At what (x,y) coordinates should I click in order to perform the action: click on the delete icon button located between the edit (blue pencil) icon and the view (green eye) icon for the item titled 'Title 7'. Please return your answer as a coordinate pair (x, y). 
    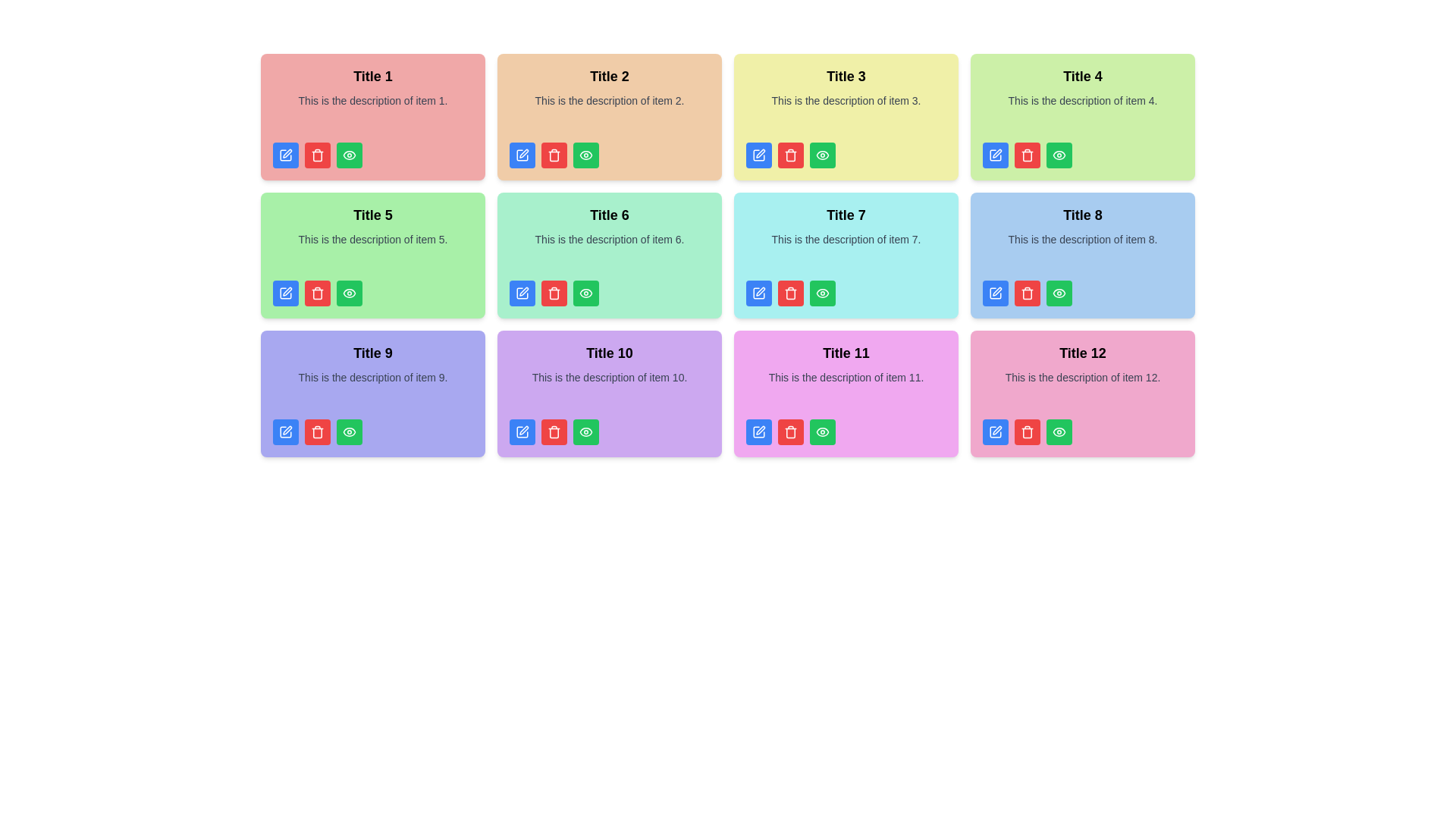
    Looking at the image, I should click on (789, 294).